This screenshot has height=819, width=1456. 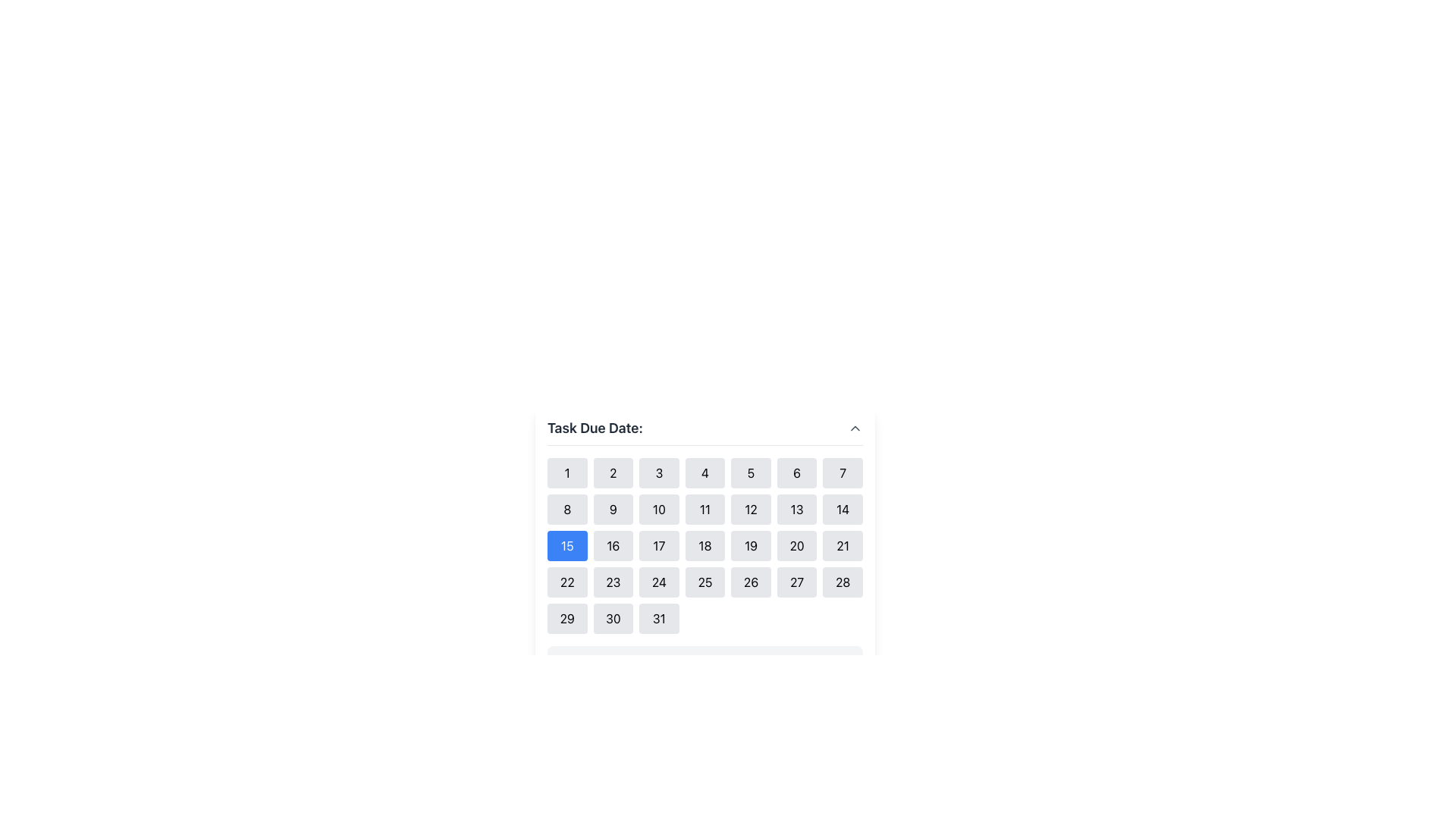 What do you see at coordinates (566, 546) in the screenshot?
I see `the blue button displaying the number '15' located in the third row, first column of the grid under 'Task Due Date:'` at bounding box center [566, 546].